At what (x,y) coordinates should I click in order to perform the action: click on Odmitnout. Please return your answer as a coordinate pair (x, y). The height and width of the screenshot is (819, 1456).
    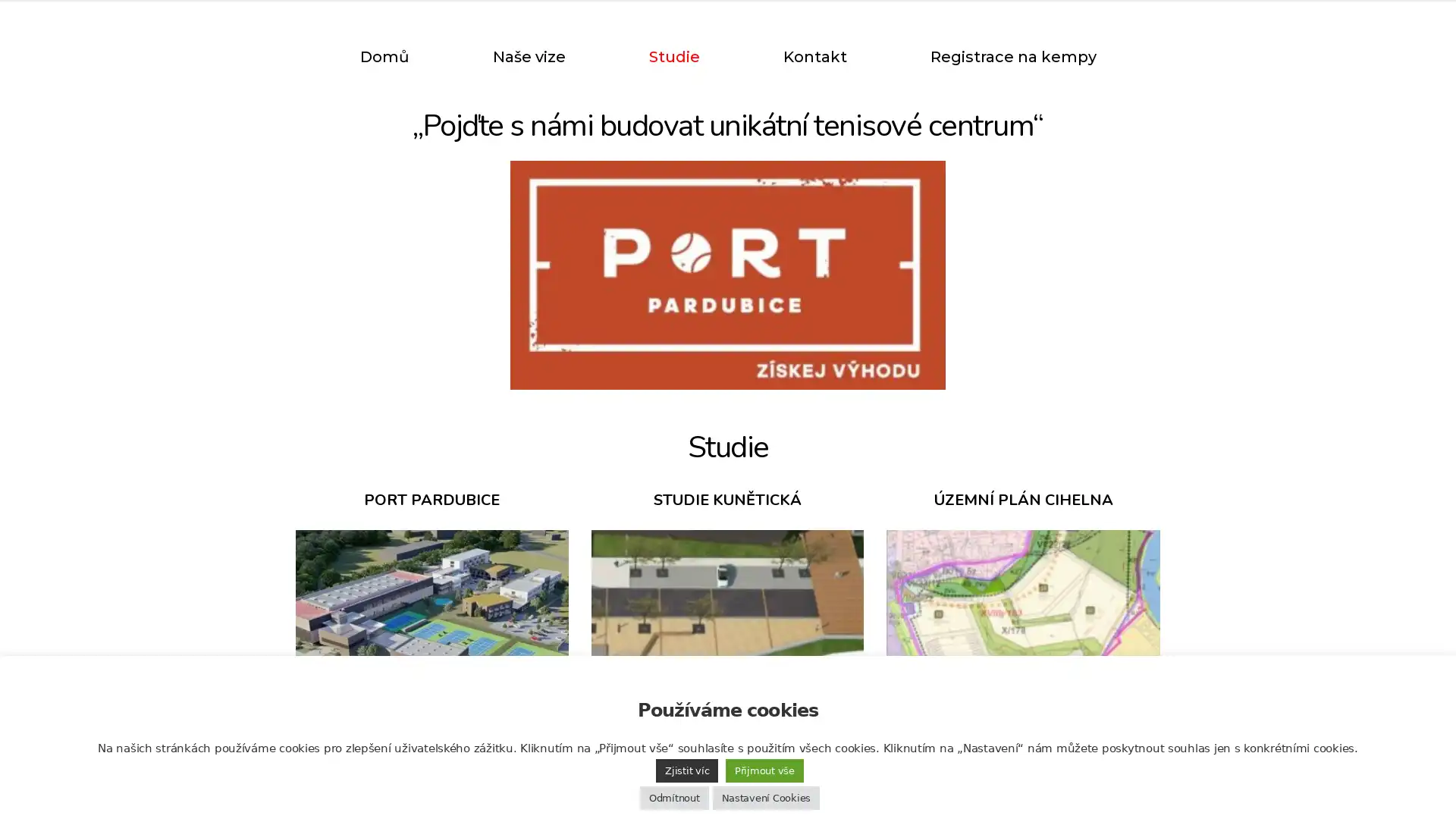
    Looking at the image, I should click on (673, 797).